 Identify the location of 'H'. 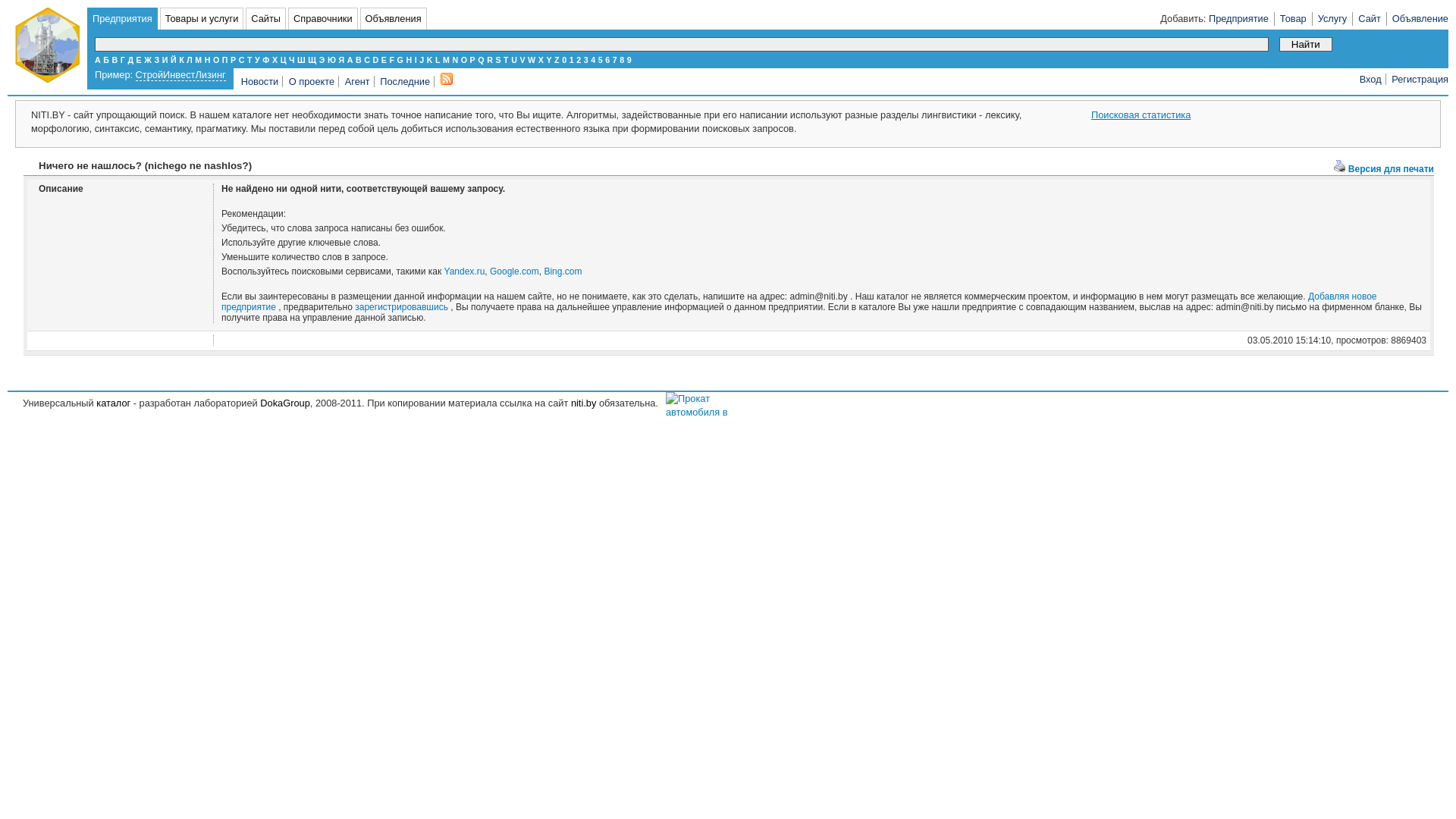
(408, 58).